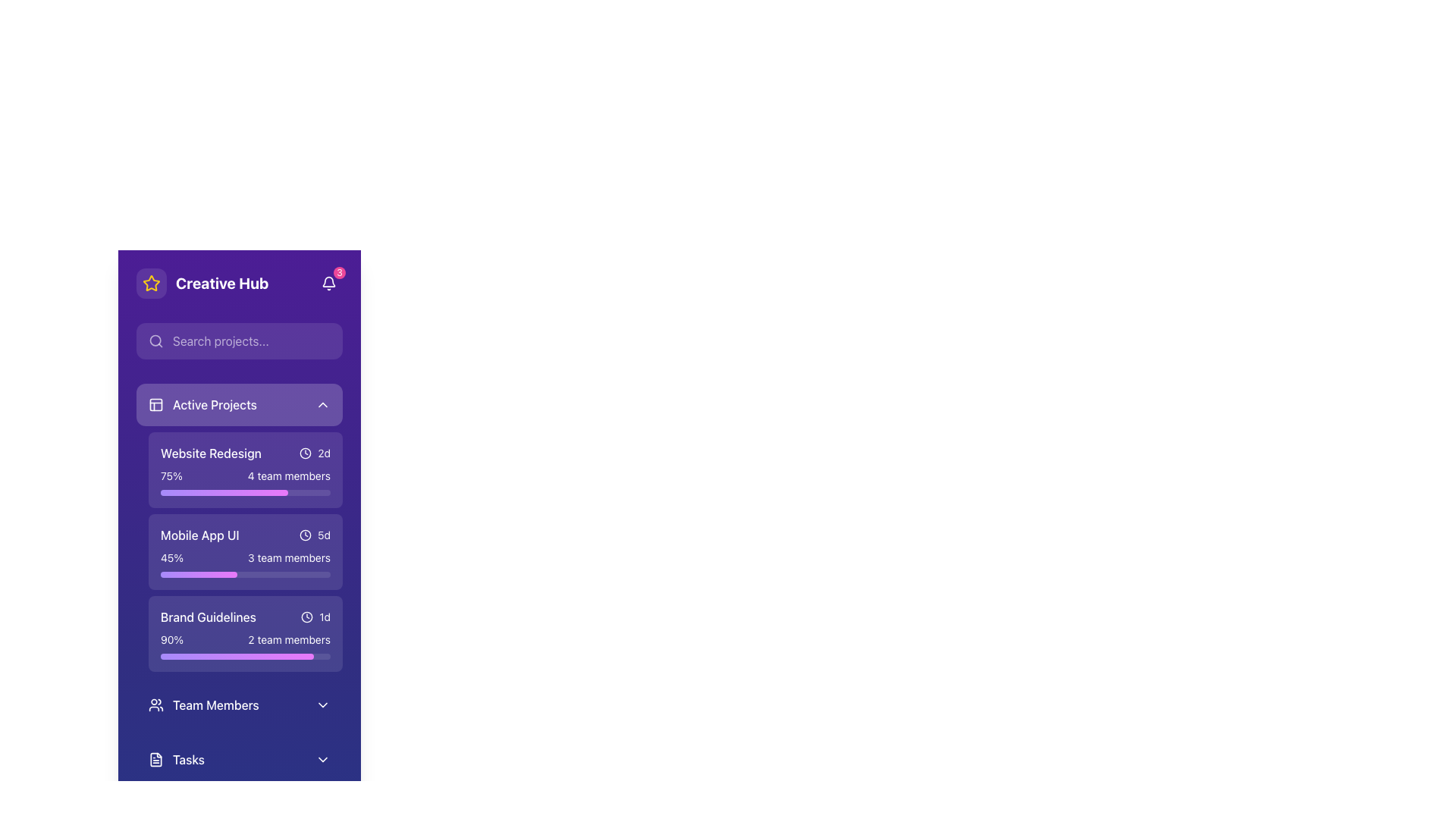 The width and height of the screenshot is (1456, 819). I want to click on the Notification badge, which is a small circular badge with a bright pink background and the number '3' in white, located at the top-right corner of the bell icon in the header section, so click(338, 271).